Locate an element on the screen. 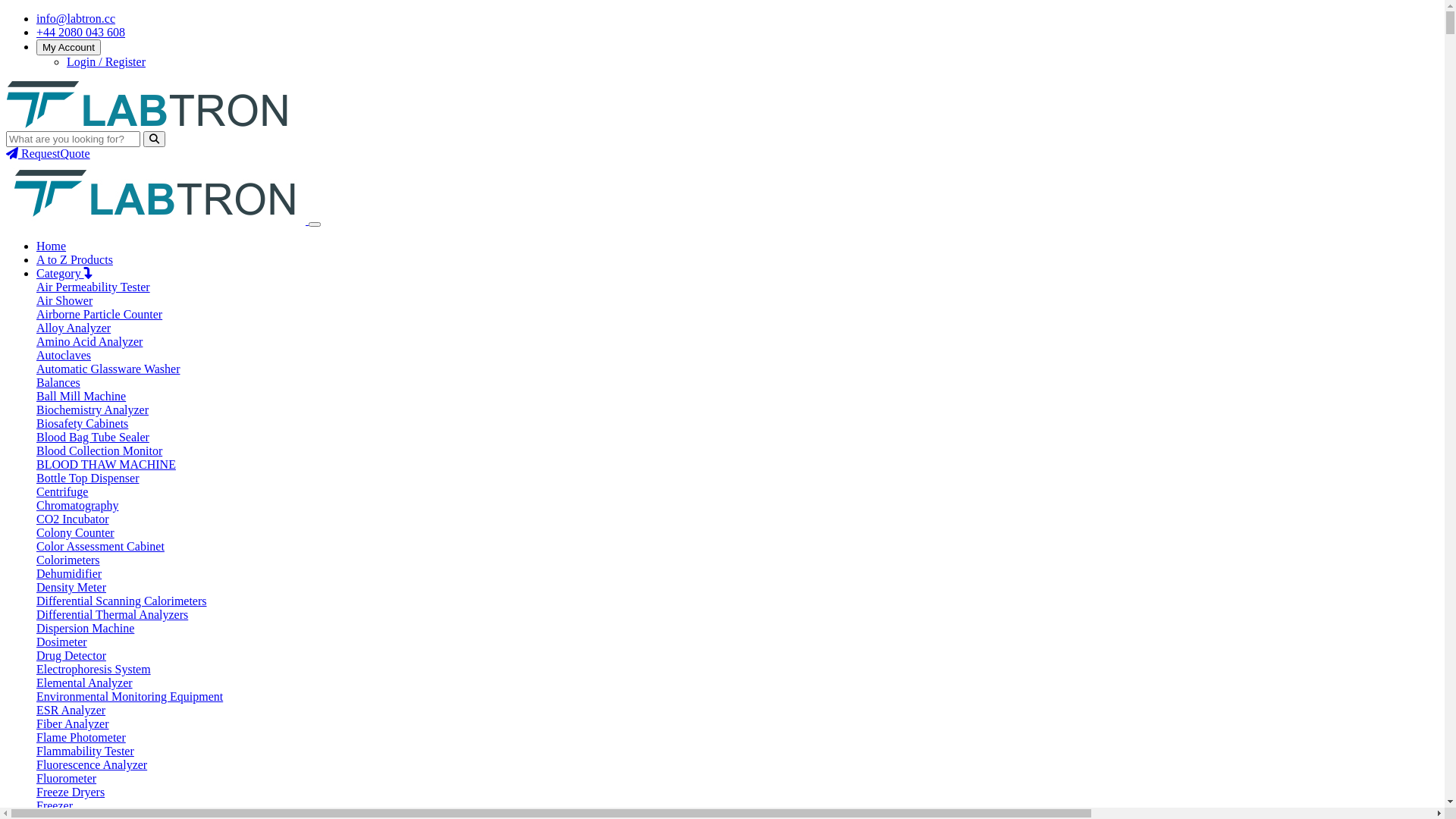 The image size is (1456, 819). 'info@labtron.cc' is located at coordinates (75, 18).